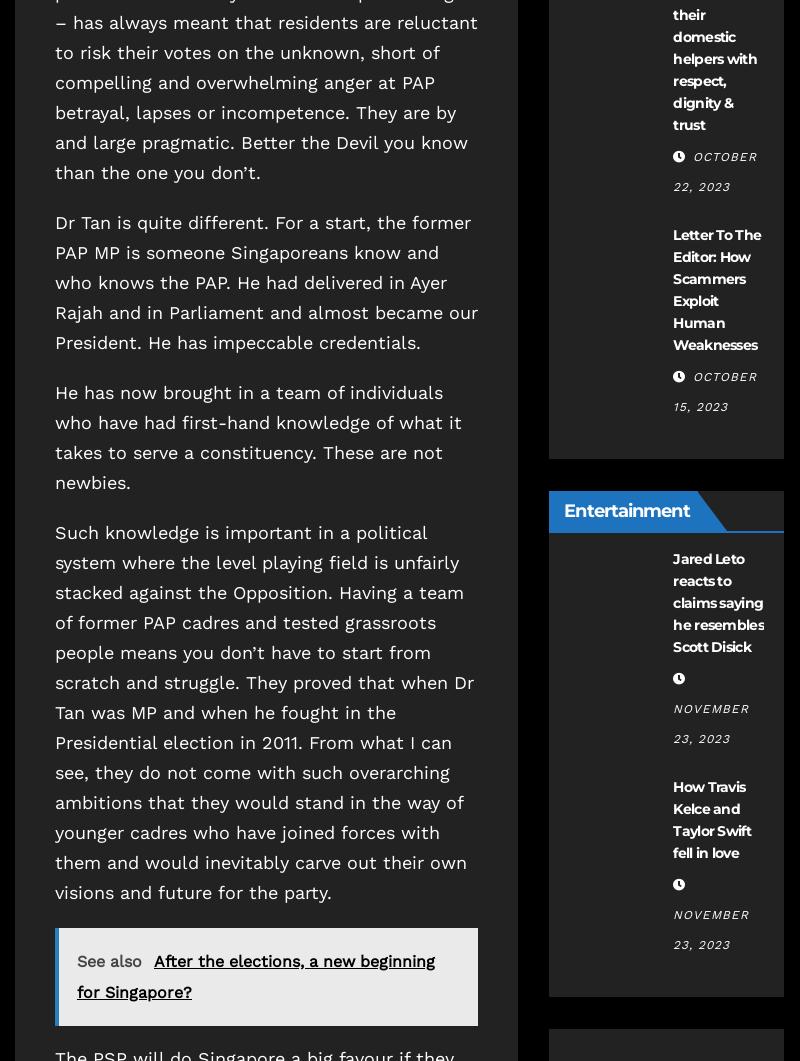 The width and height of the screenshot is (800, 1061). I want to click on 'See also', so click(77, 959).